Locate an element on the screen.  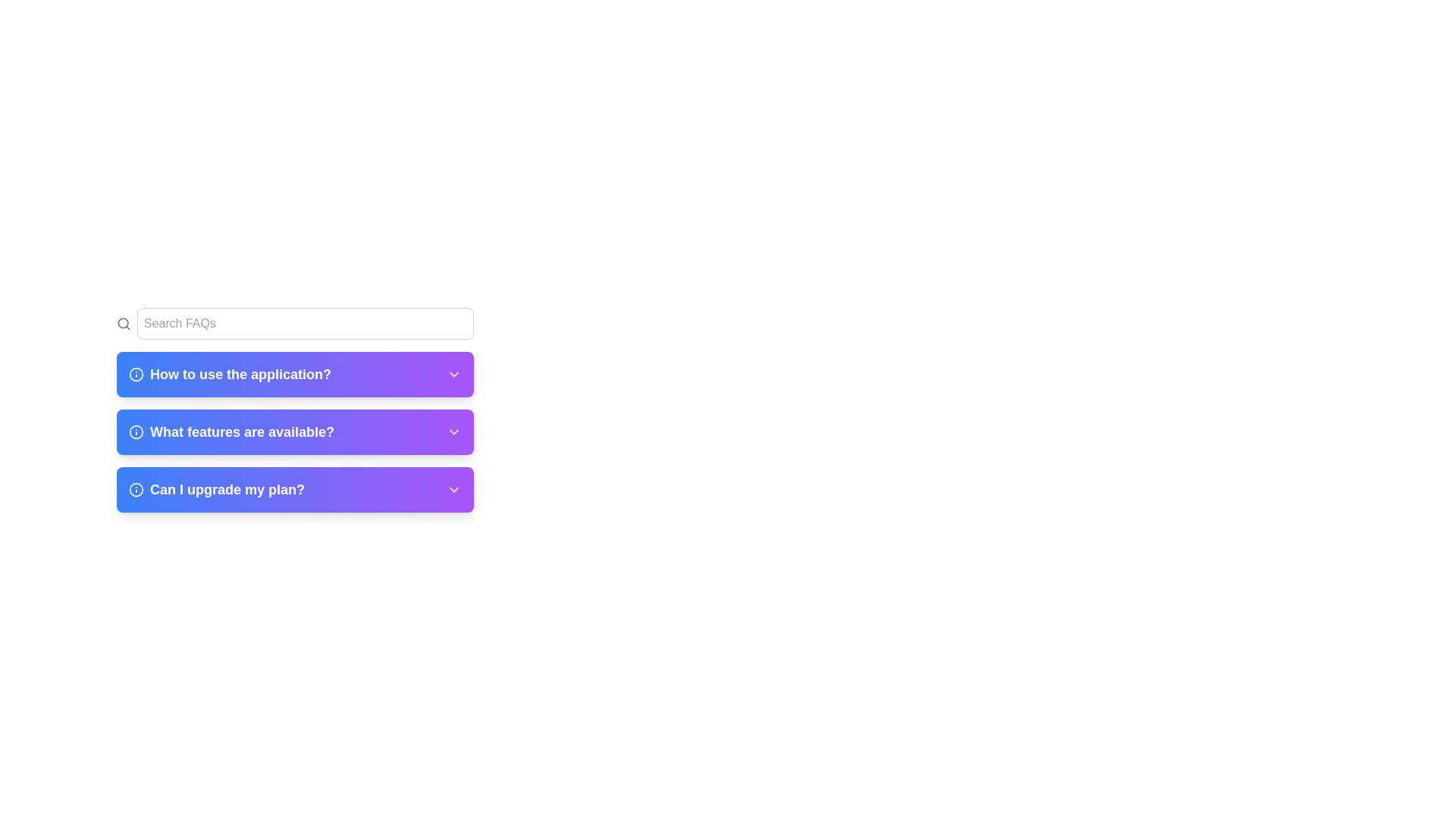
the FAQ entry title text is located at coordinates (229, 374).